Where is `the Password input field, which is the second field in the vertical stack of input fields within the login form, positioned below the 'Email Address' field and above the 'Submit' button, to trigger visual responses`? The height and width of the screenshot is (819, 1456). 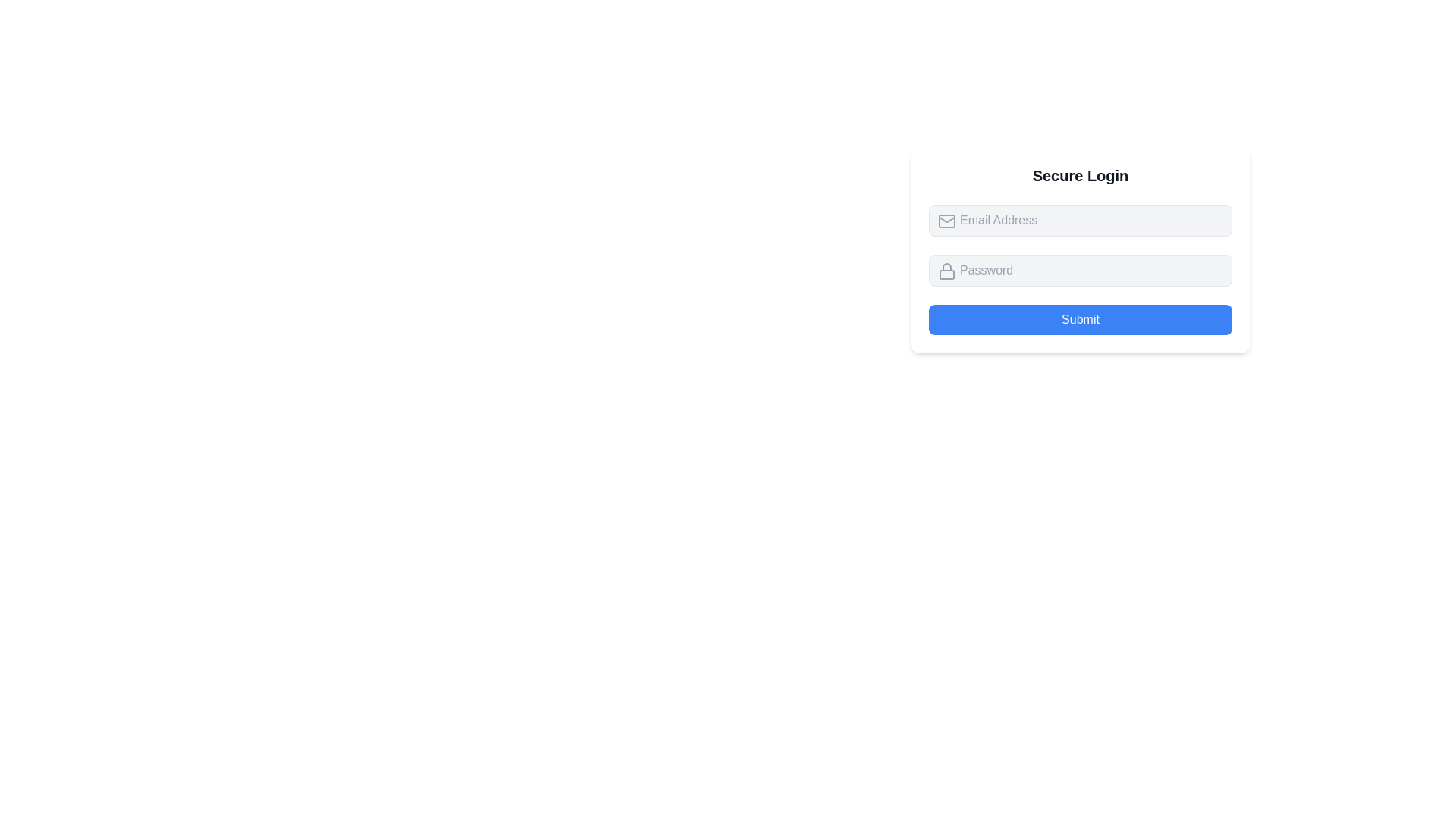
the Password input field, which is the second field in the vertical stack of input fields within the login form, positioned below the 'Email Address' field and above the 'Submit' button, to trigger visual responses is located at coordinates (1080, 270).